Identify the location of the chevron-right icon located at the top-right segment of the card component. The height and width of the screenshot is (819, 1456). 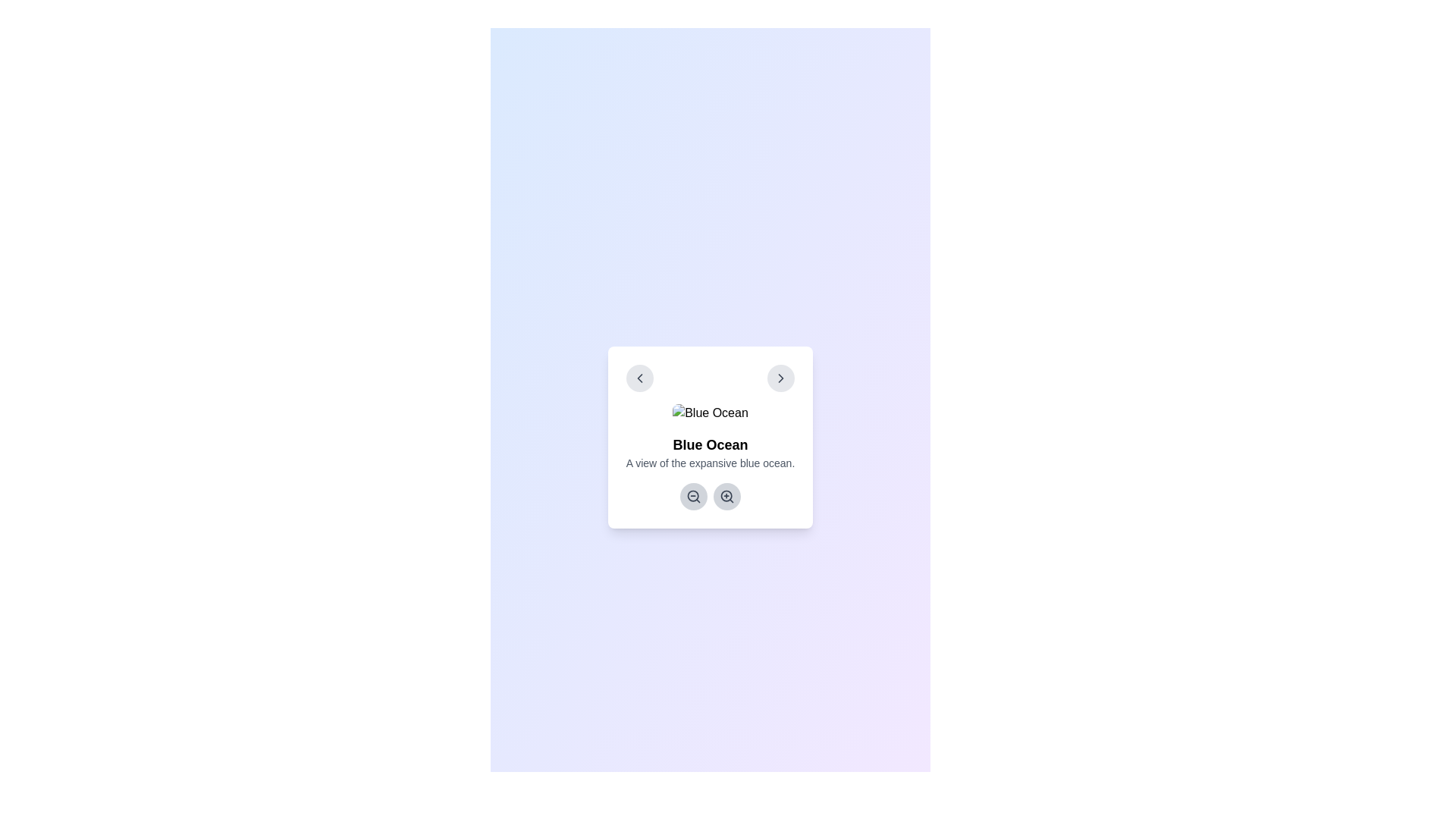
(781, 377).